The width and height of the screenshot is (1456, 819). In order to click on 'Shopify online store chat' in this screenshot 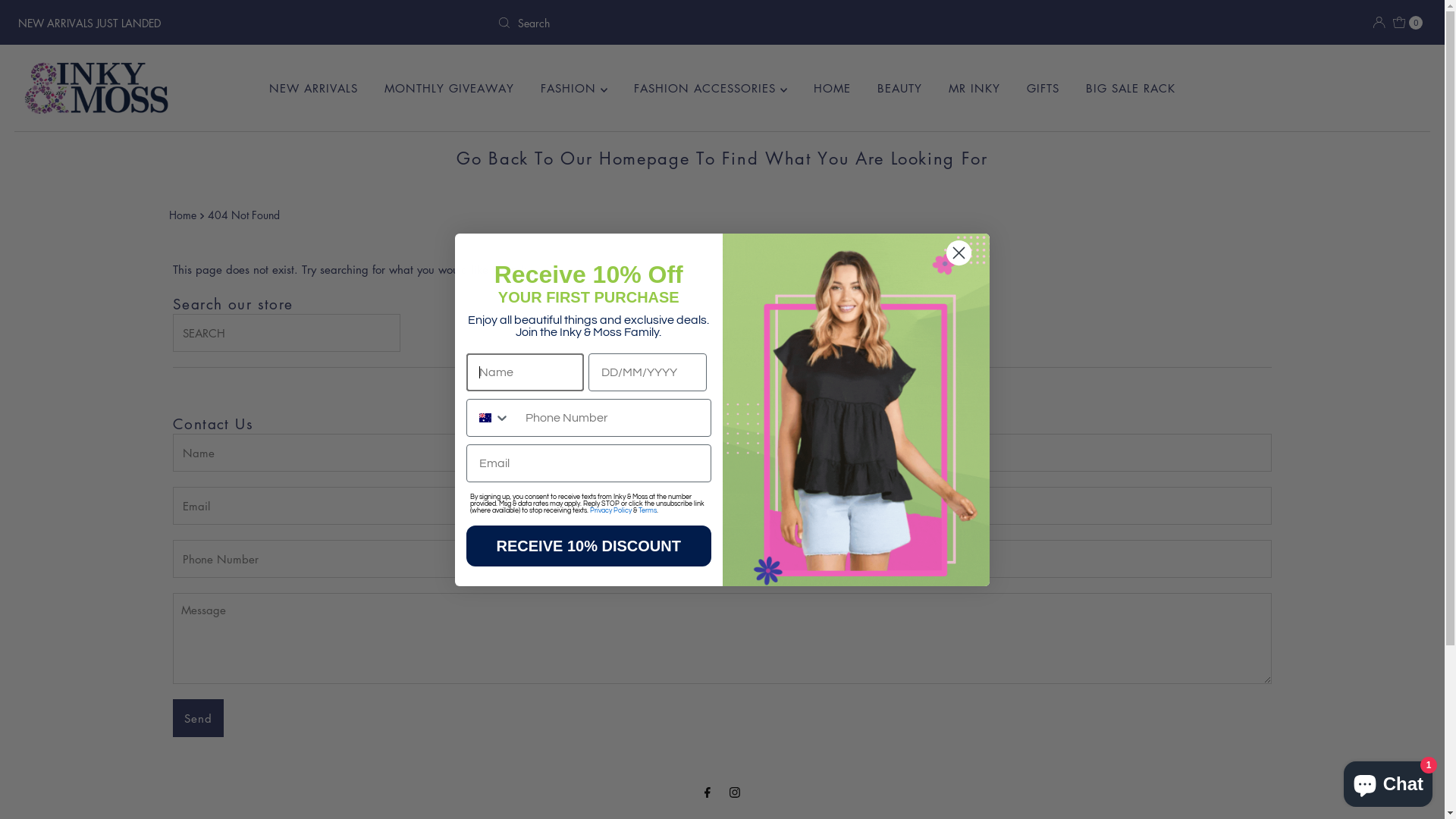, I will do `click(1388, 780)`.